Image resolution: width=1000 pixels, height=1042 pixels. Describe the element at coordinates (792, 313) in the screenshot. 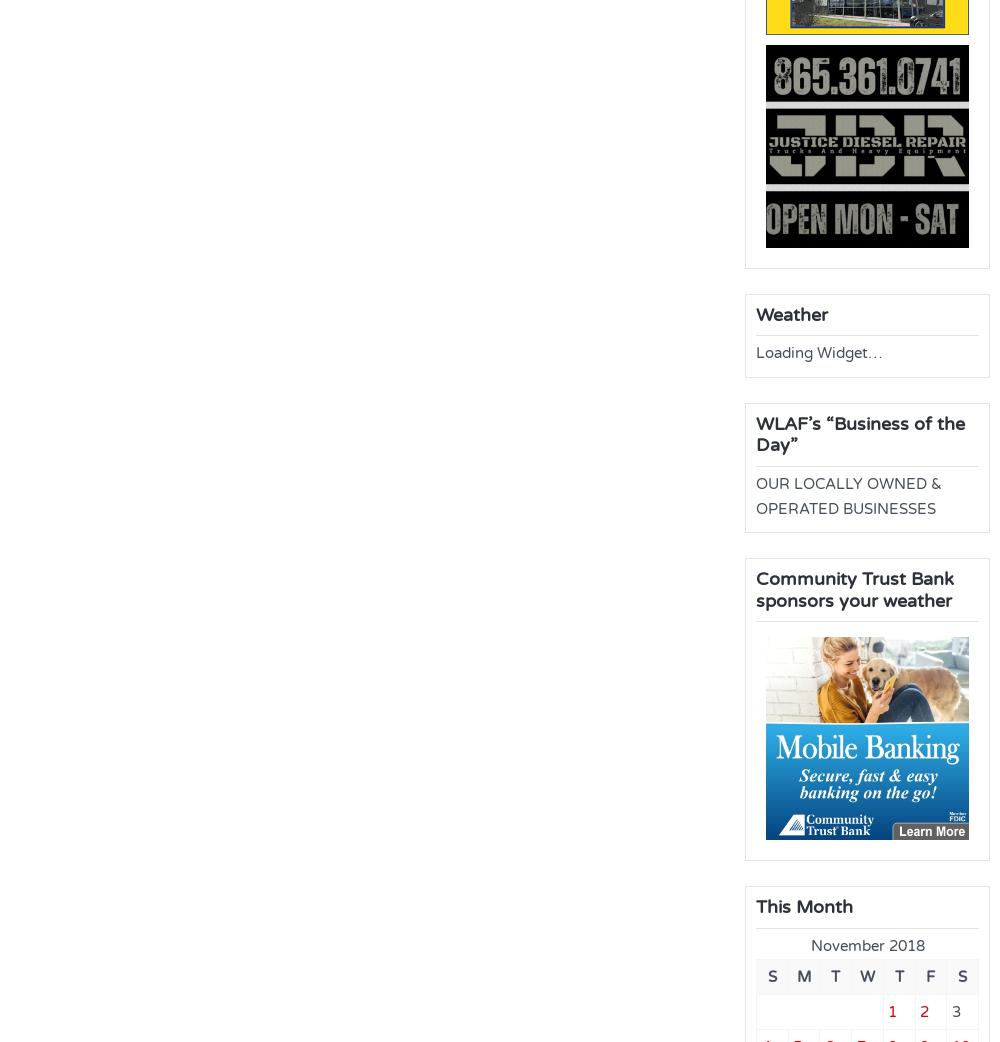

I see `'Weather'` at that location.